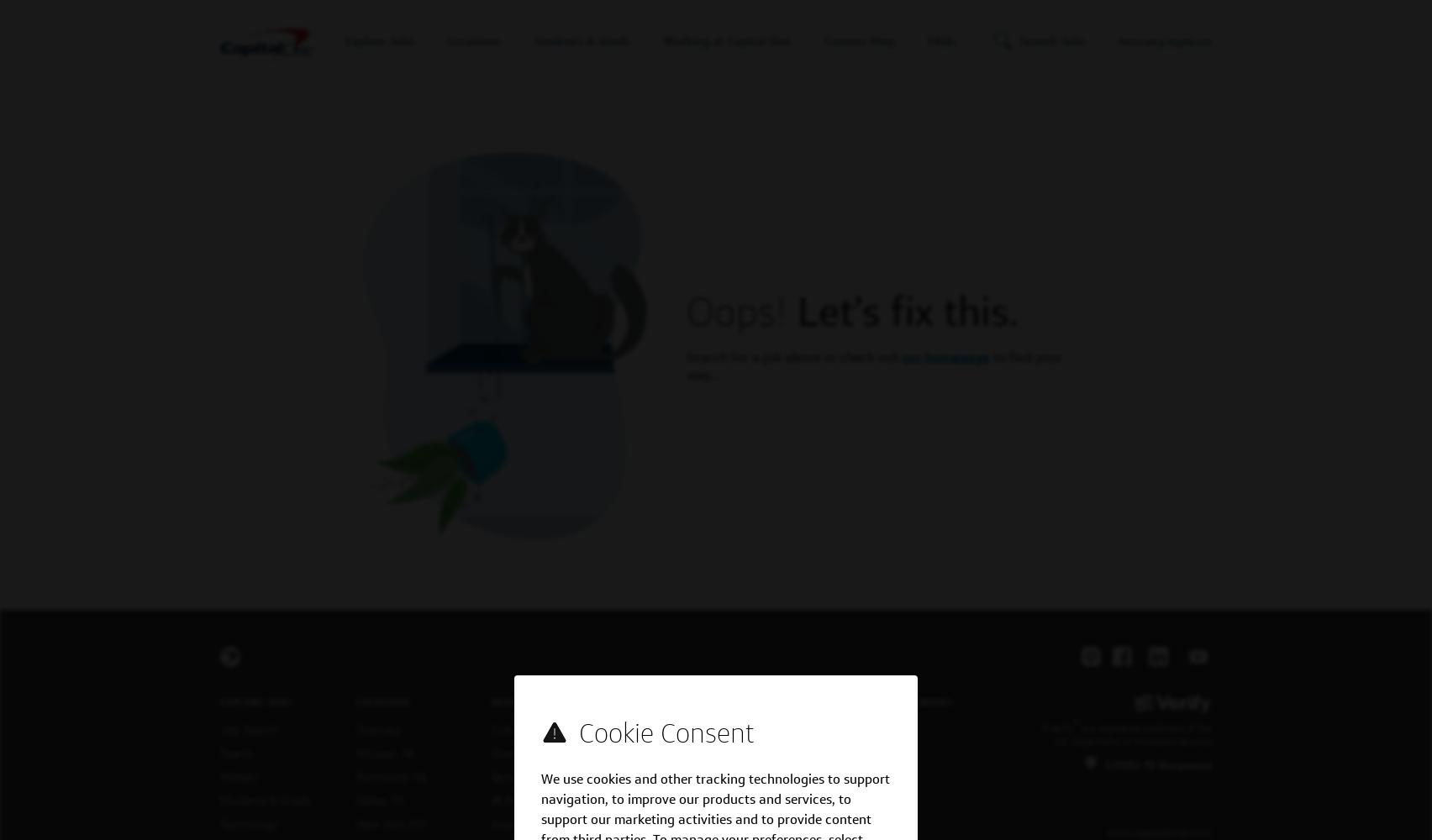 The width and height of the screenshot is (1432, 840). Describe the element at coordinates (686, 356) in the screenshot. I see `'Search for a job above or check out'` at that location.